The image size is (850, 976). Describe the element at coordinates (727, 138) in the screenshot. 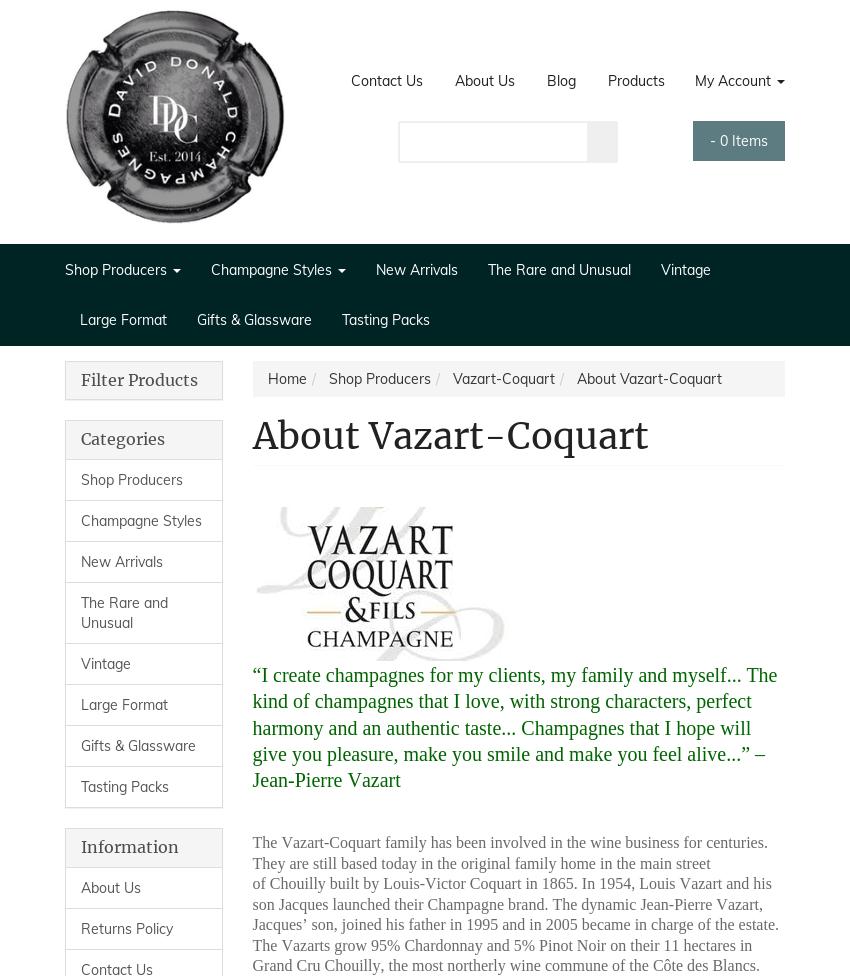

I see `'Items'` at that location.